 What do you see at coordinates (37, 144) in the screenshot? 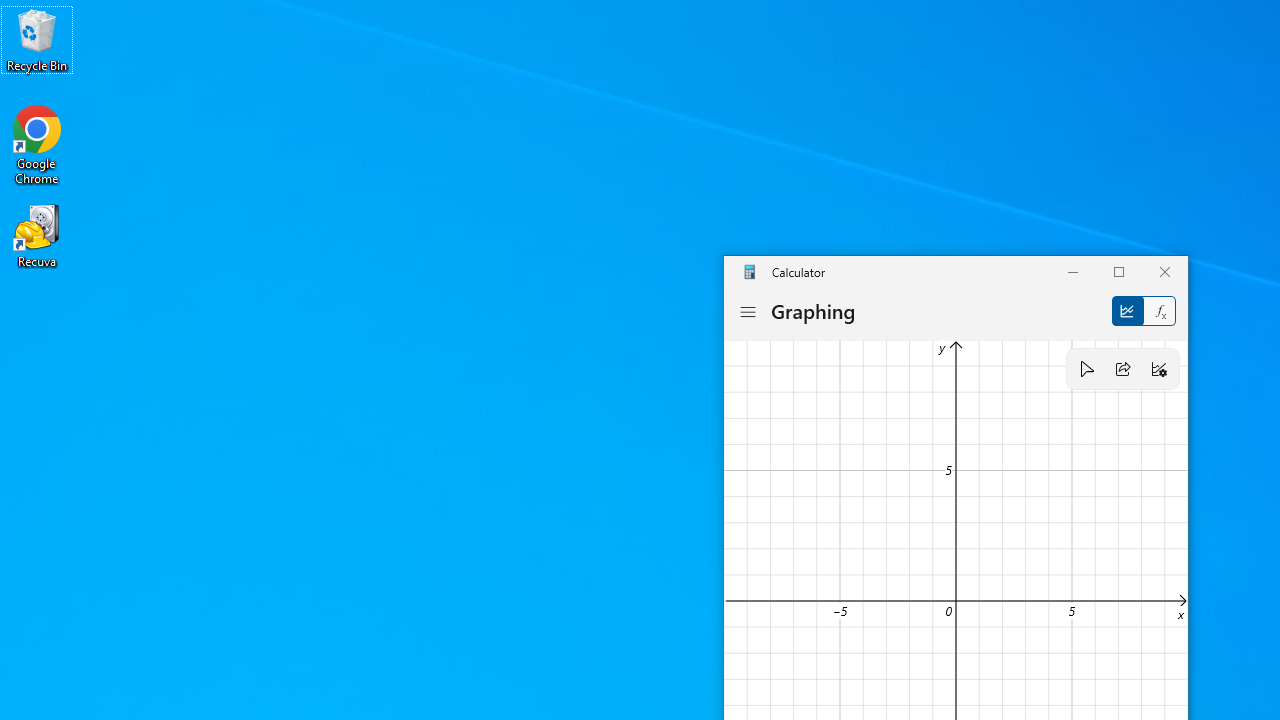
I see `'Google Chrome'` at bounding box center [37, 144].